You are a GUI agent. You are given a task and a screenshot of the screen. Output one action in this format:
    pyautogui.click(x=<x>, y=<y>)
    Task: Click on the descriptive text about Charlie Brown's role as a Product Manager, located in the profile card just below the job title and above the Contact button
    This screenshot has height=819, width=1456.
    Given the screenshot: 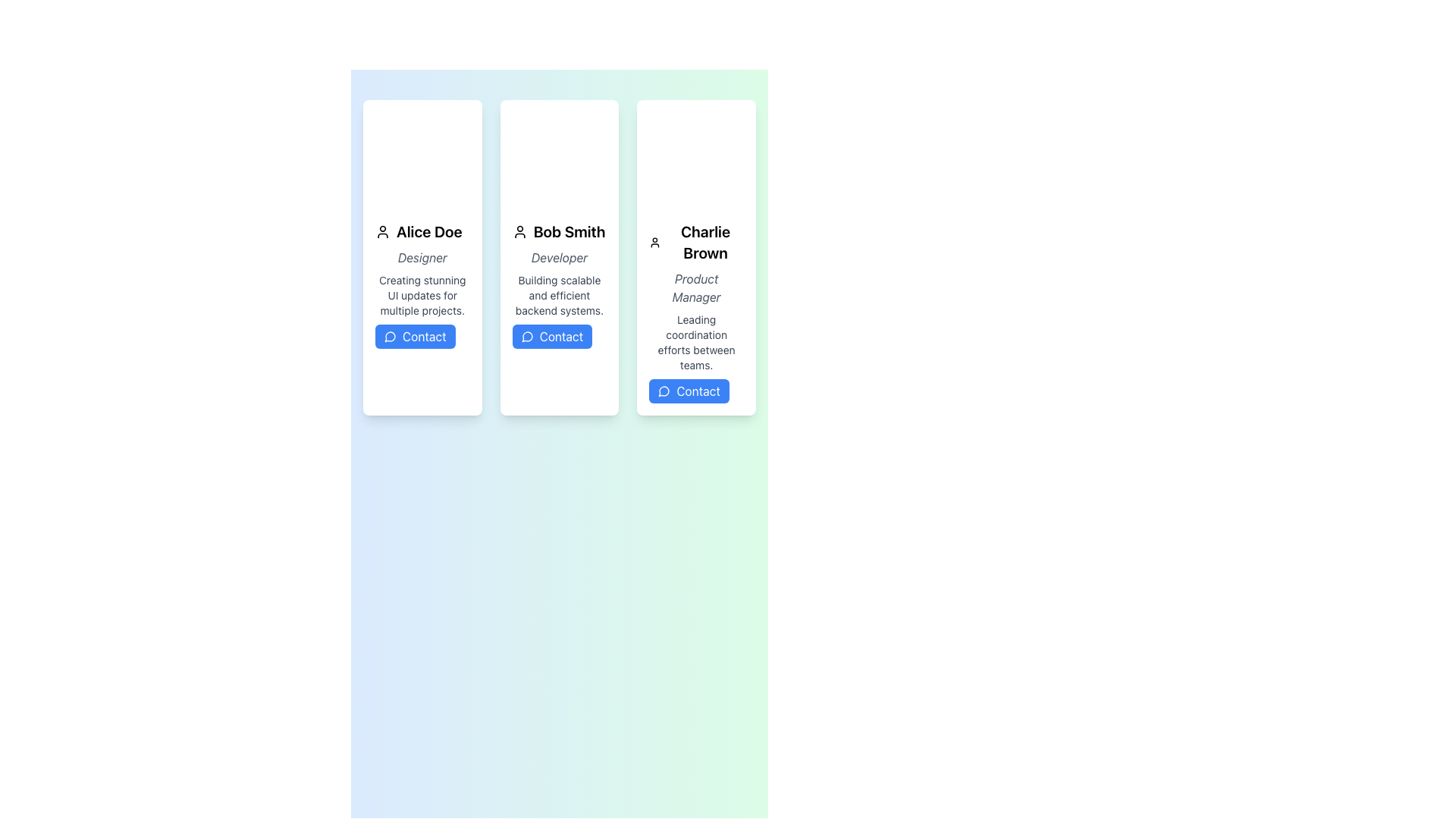 What is the action you would take?
    pyautogui.click(x=695, y=342)
    